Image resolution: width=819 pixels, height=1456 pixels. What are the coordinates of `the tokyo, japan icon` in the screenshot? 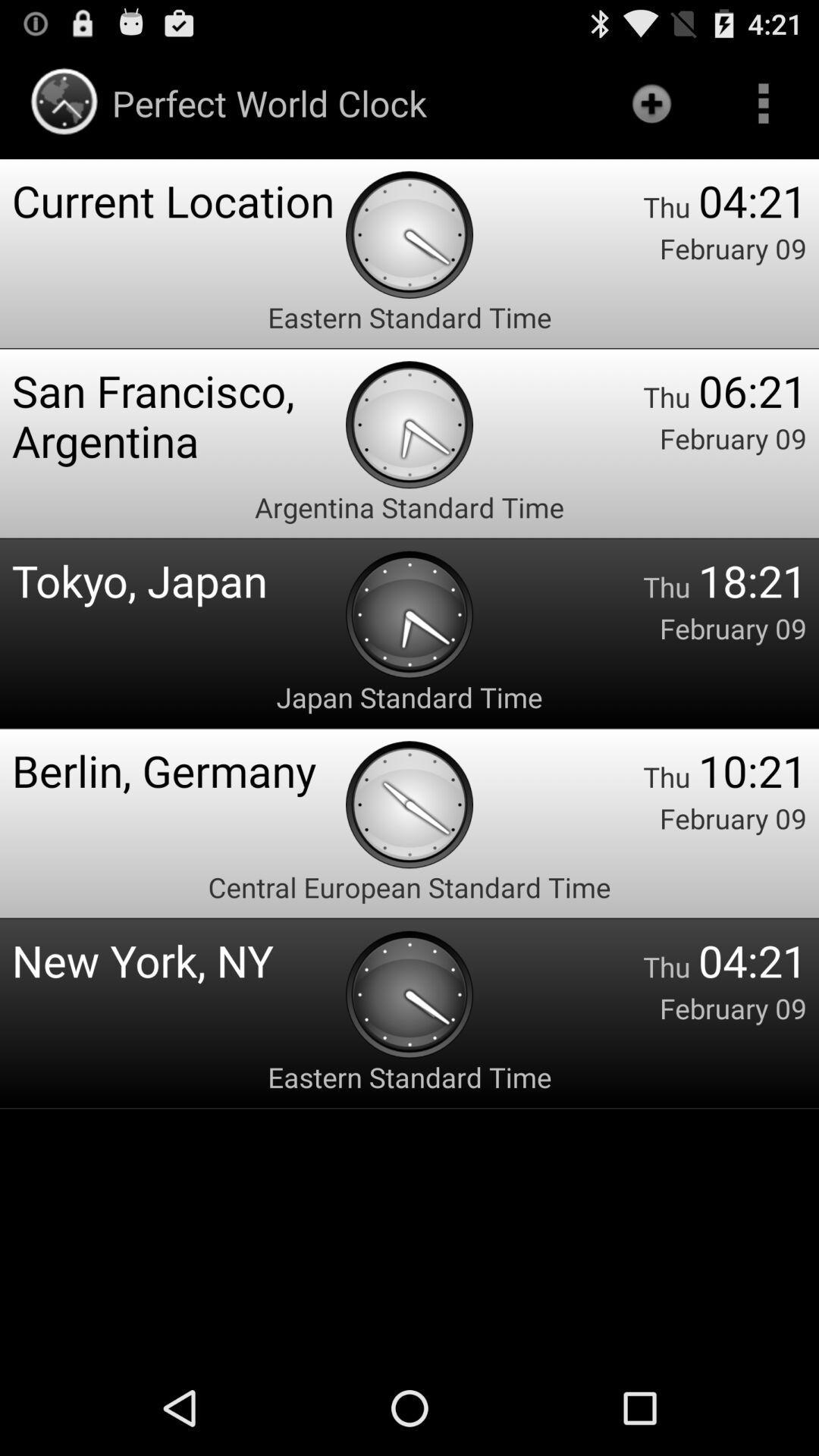 It's located at (177, 579).